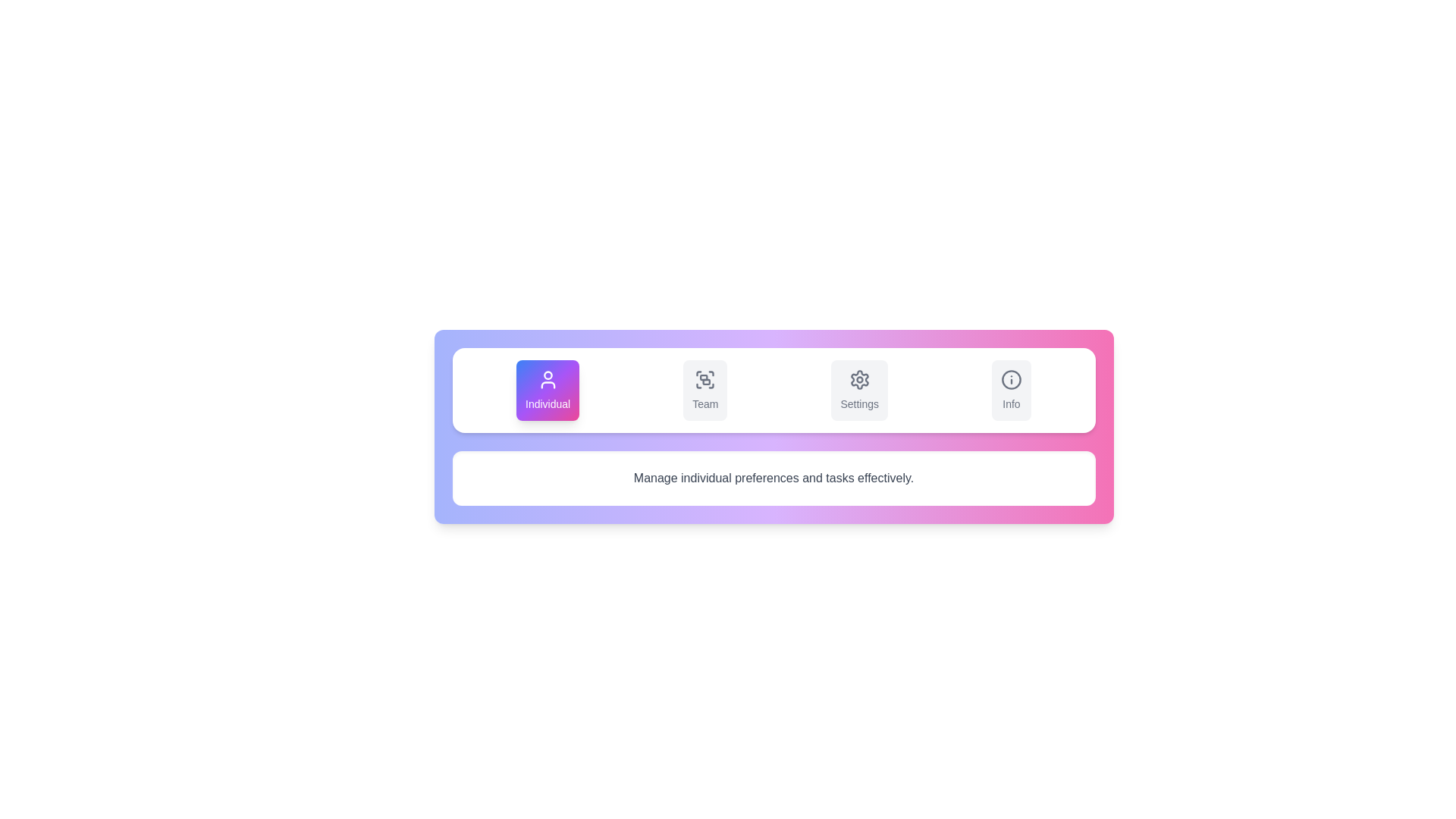 The width and height of the screenshot is (1456, 819). I want to click on the settings button located between the 'Team' button and the 'Info' button, so click(859, 390).